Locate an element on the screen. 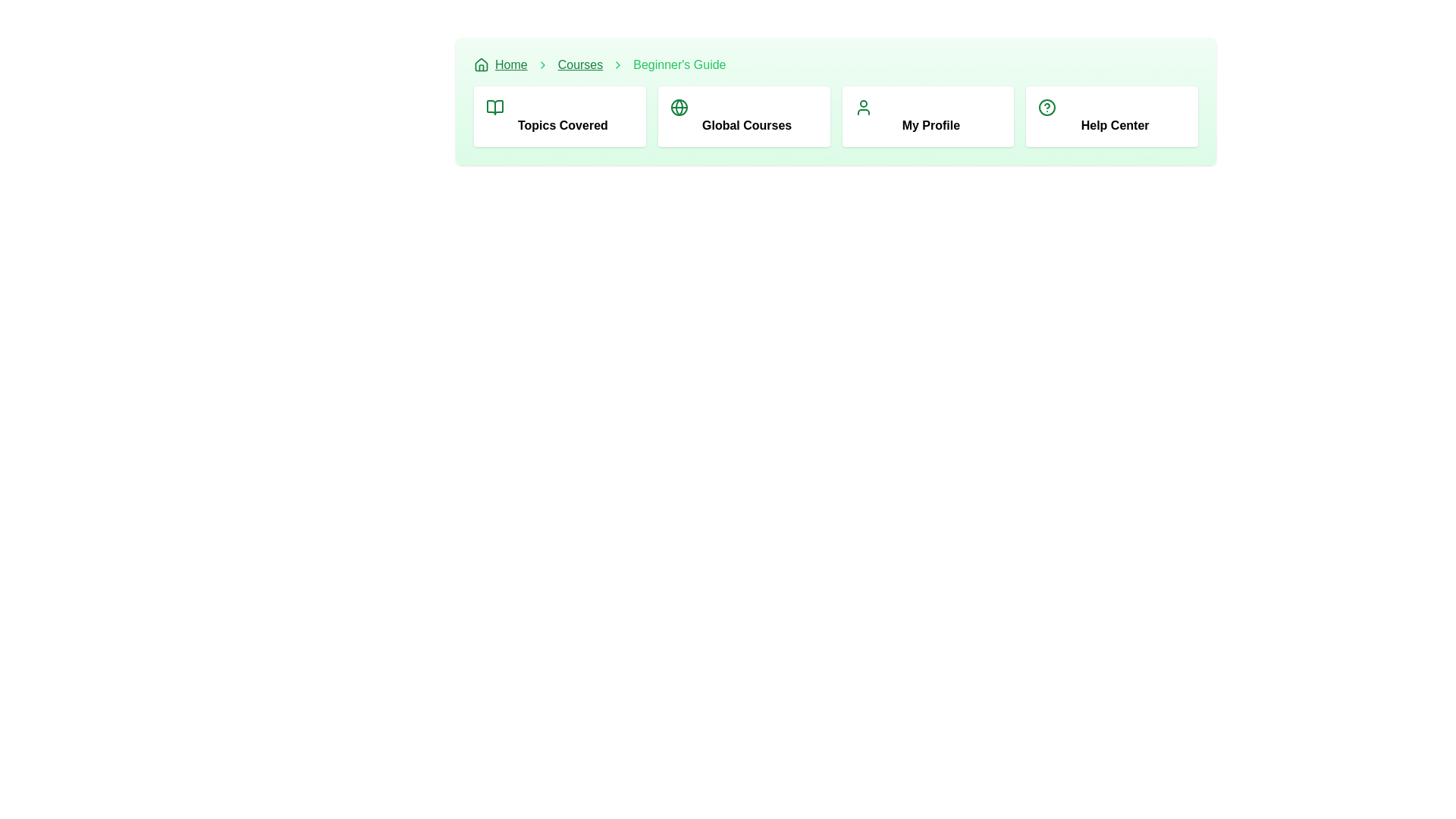 The image size is (1456, 819). the 'Courses' hyperlink in the breadcrumb navigation bar to change its color is located at coordinates (579, 64).